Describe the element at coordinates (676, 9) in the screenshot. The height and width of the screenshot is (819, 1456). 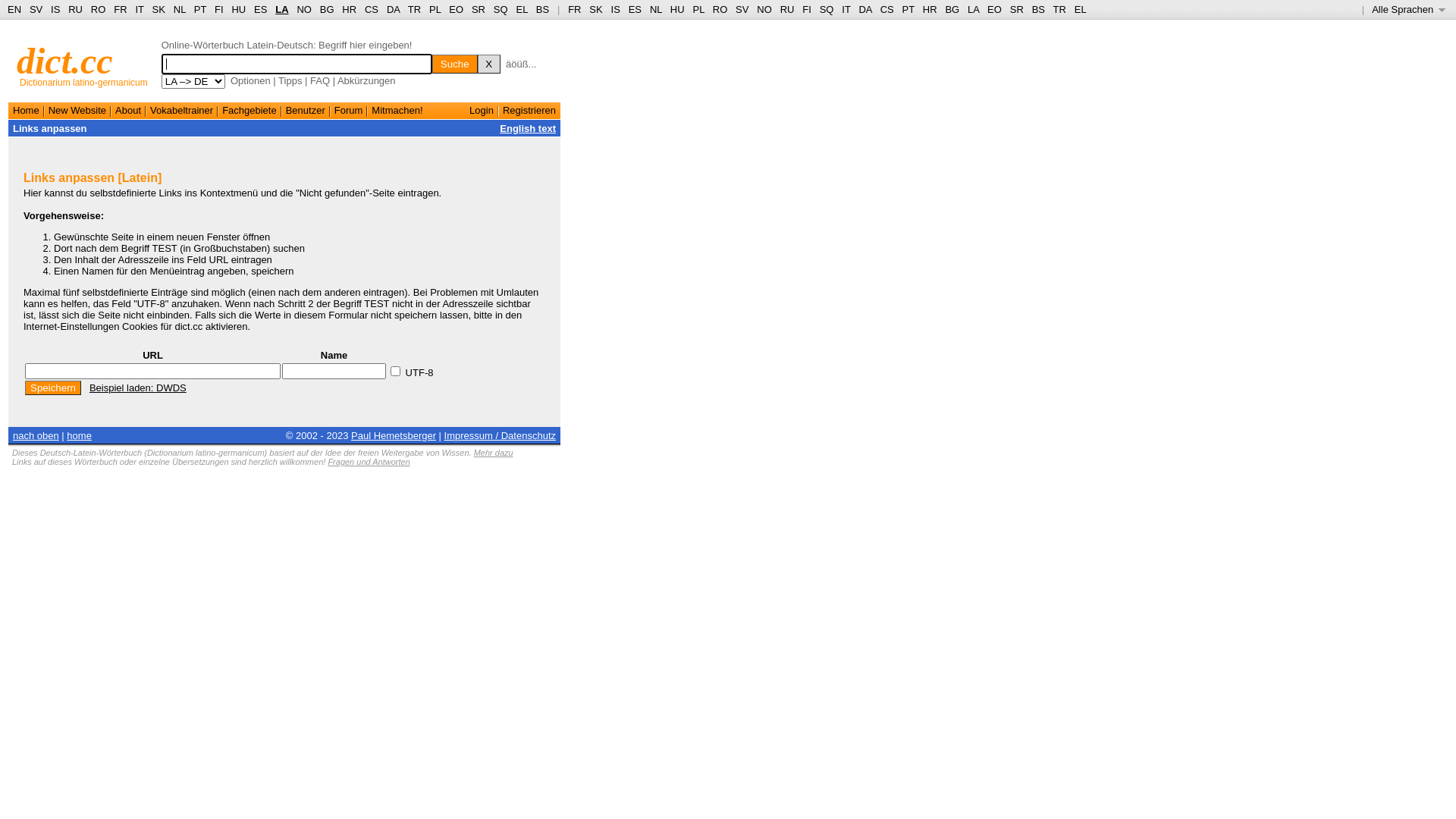
I see `'HU'` at that location.